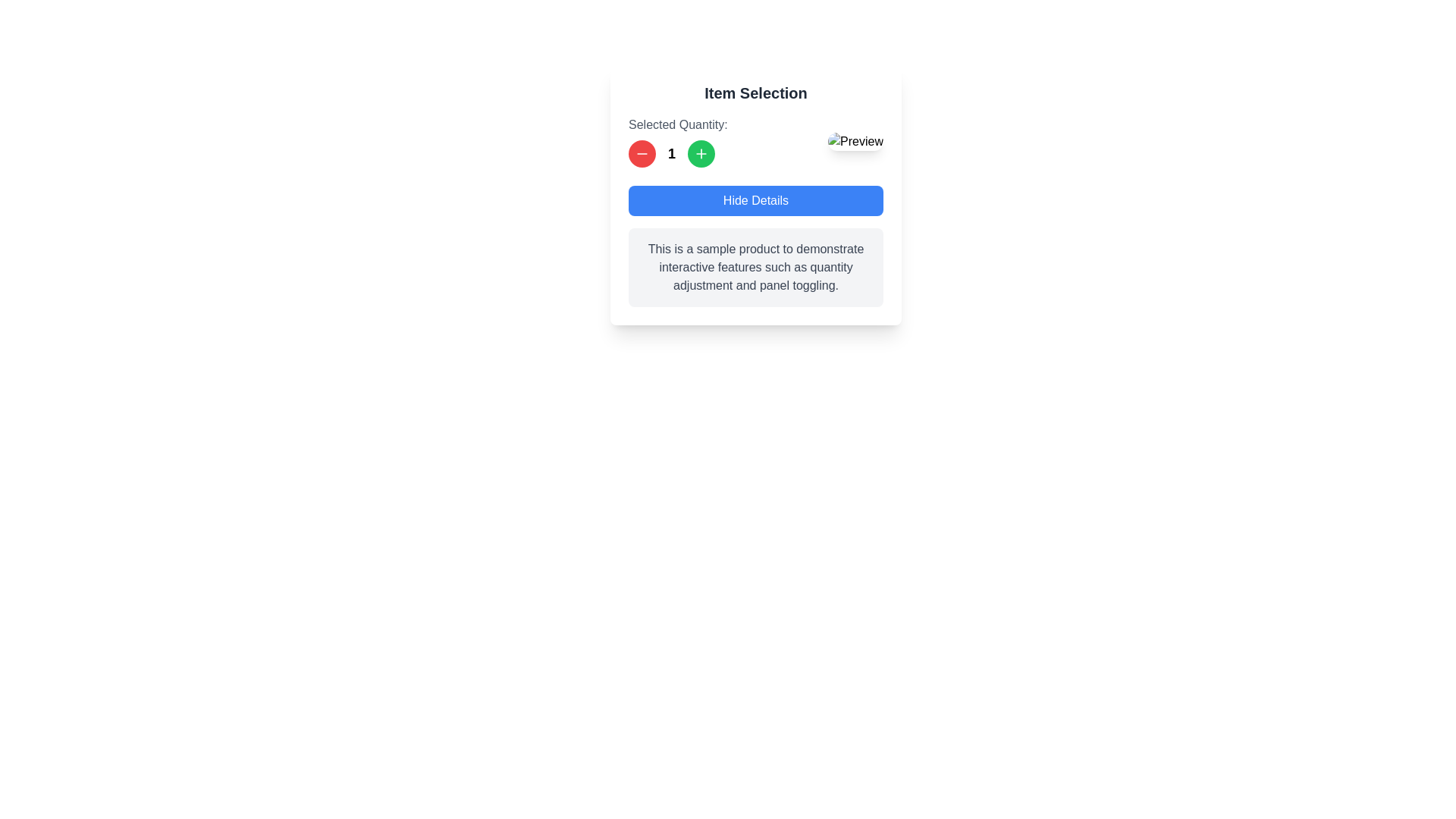 The height and width of the screenshot is (819, 1456). What do you see at coordinates (756, 267) in the screenshot?
I see `the static informational Text panel located below the blue button labeled 'Hide Details'` at bounding box center [756, 267].